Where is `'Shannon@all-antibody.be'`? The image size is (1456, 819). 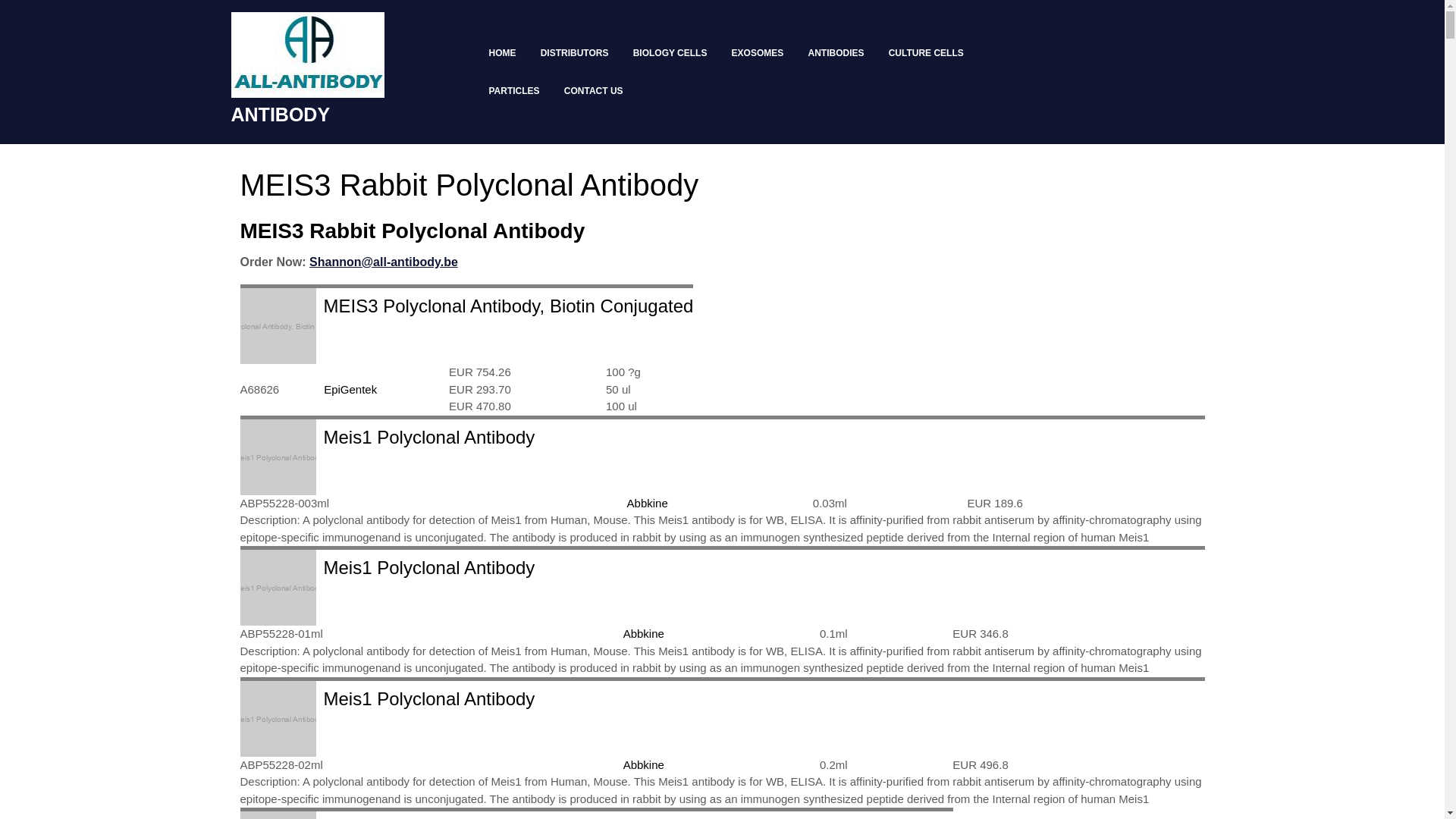 'Shannon@all-antibody.be' is located at coordinates (309, 261).